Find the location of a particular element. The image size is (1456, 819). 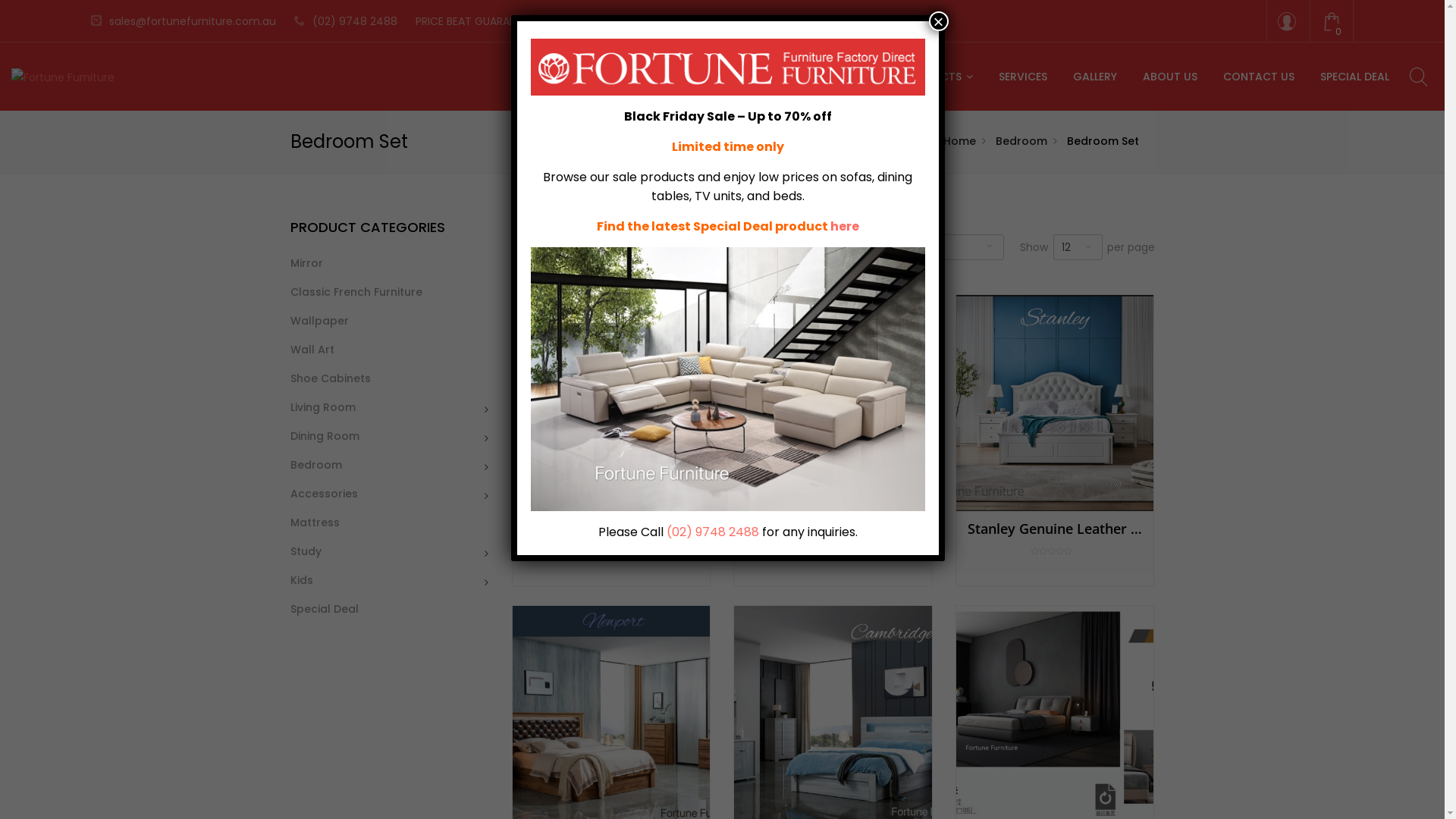

'GALLERY' is located at coordinates (1095, 76).